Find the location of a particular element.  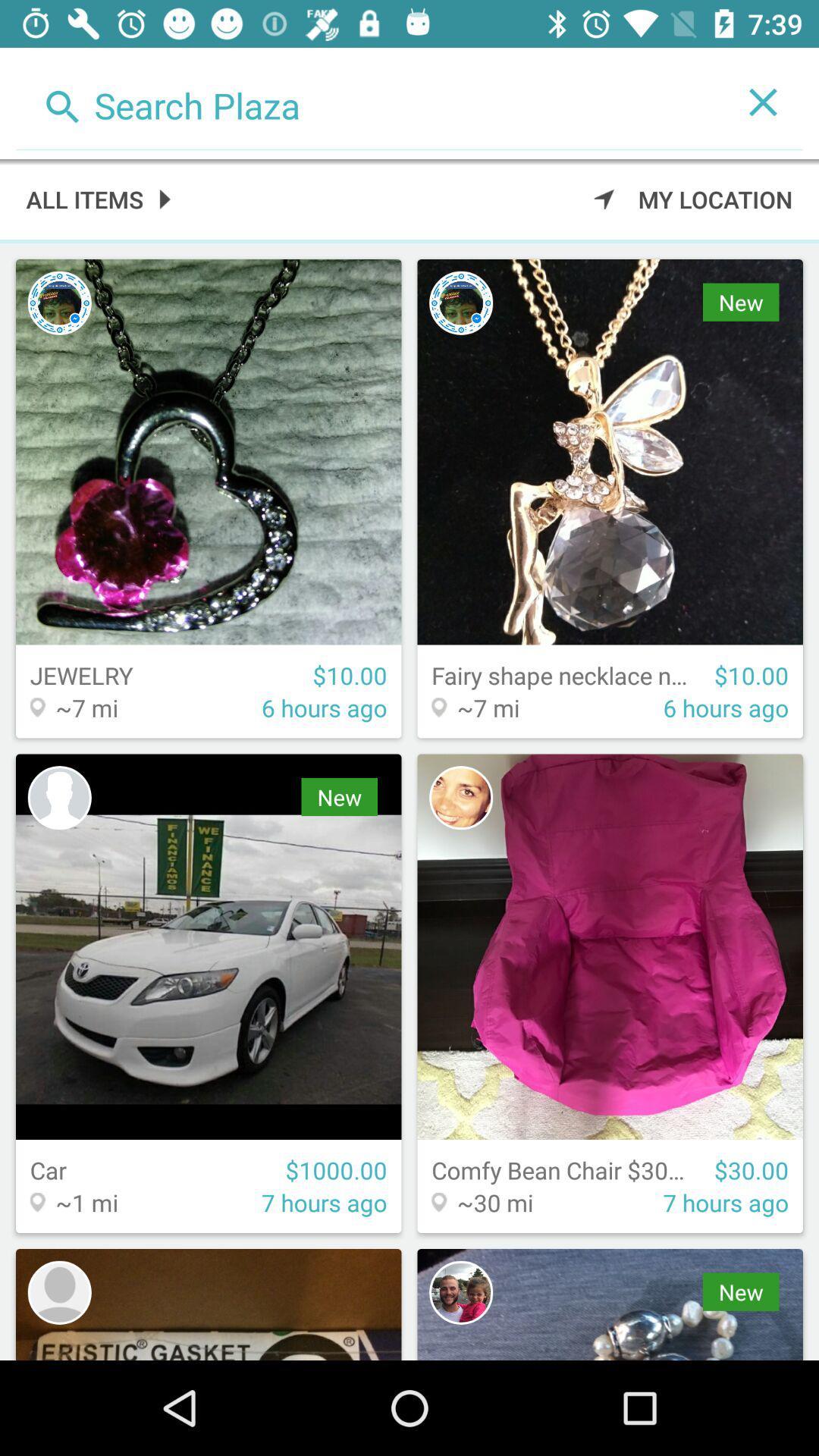

profile is located at coordinates (460, 797).